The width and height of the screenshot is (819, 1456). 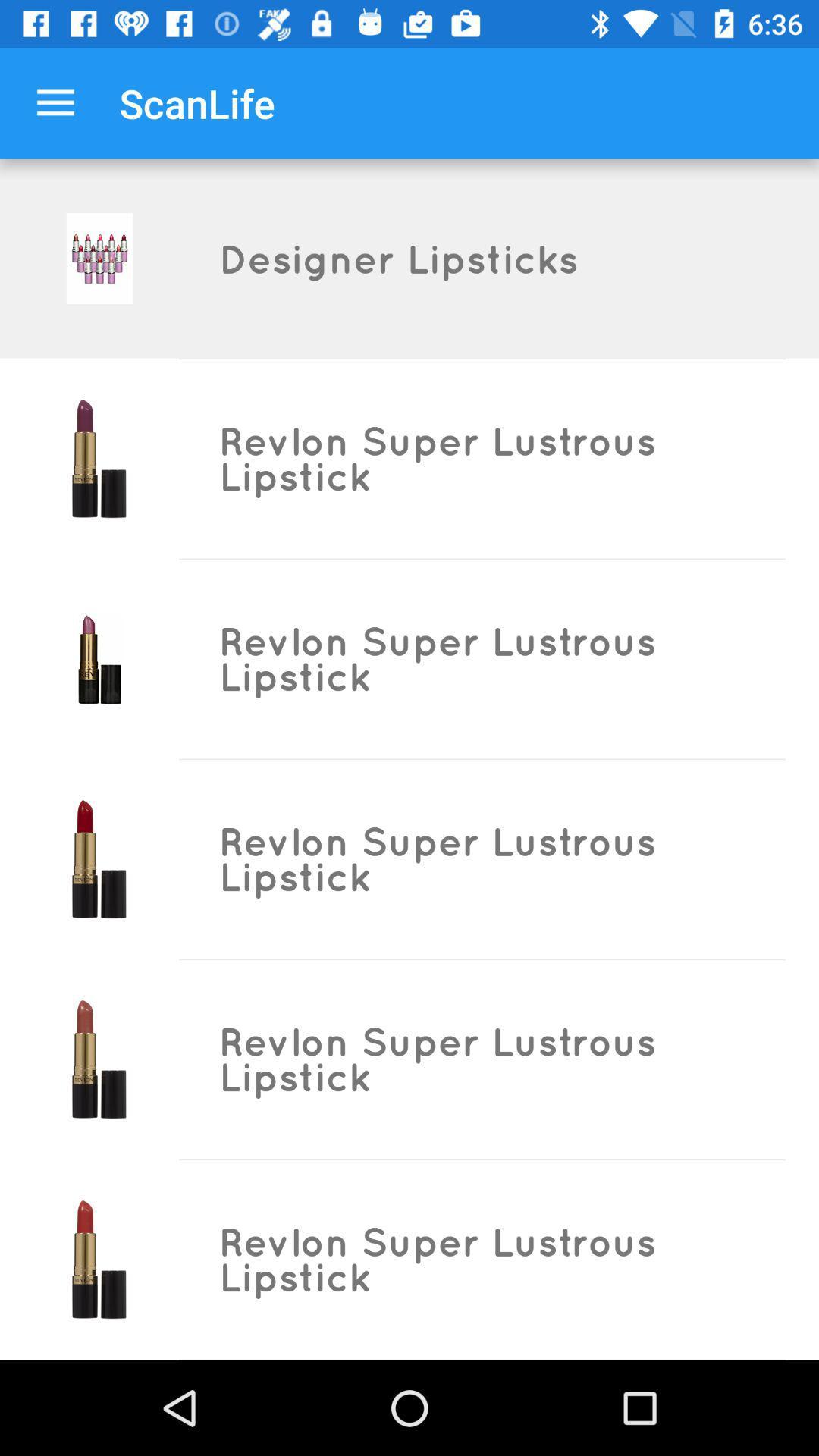 I want to click on the 2nd logo, so click(x=99, y=457).